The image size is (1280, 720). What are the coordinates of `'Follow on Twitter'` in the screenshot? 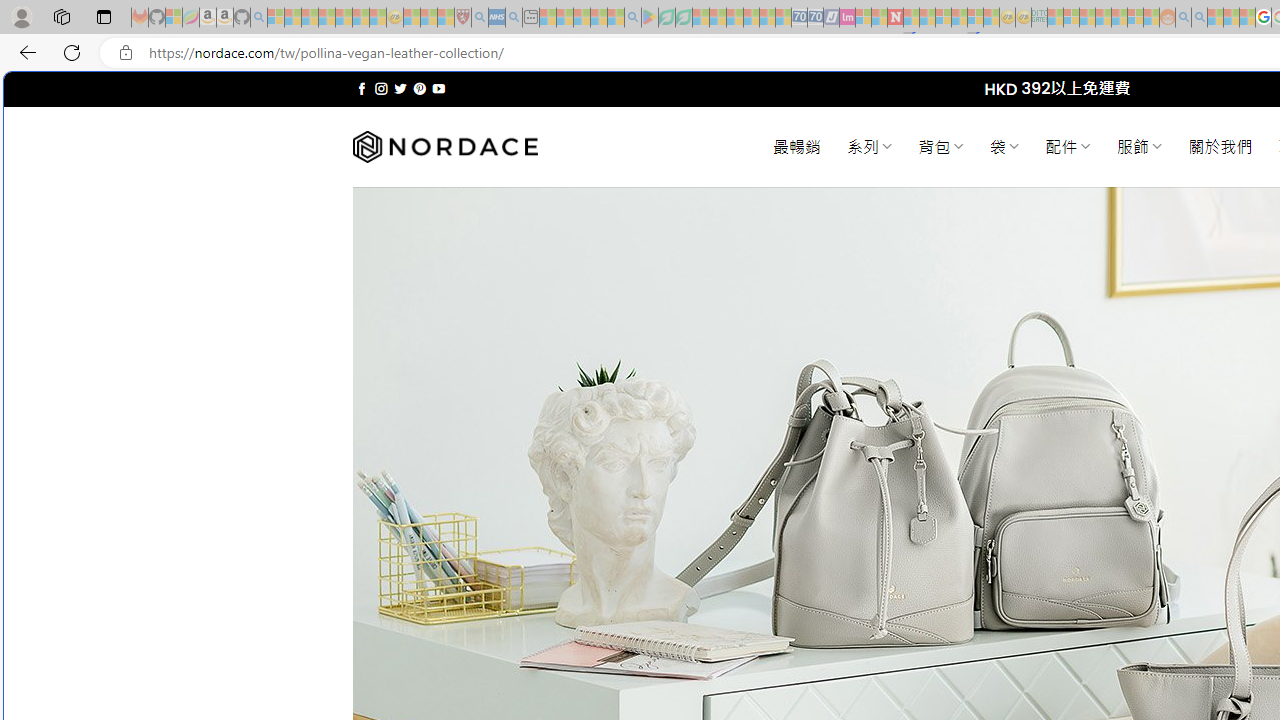 It's located at (400, 88).